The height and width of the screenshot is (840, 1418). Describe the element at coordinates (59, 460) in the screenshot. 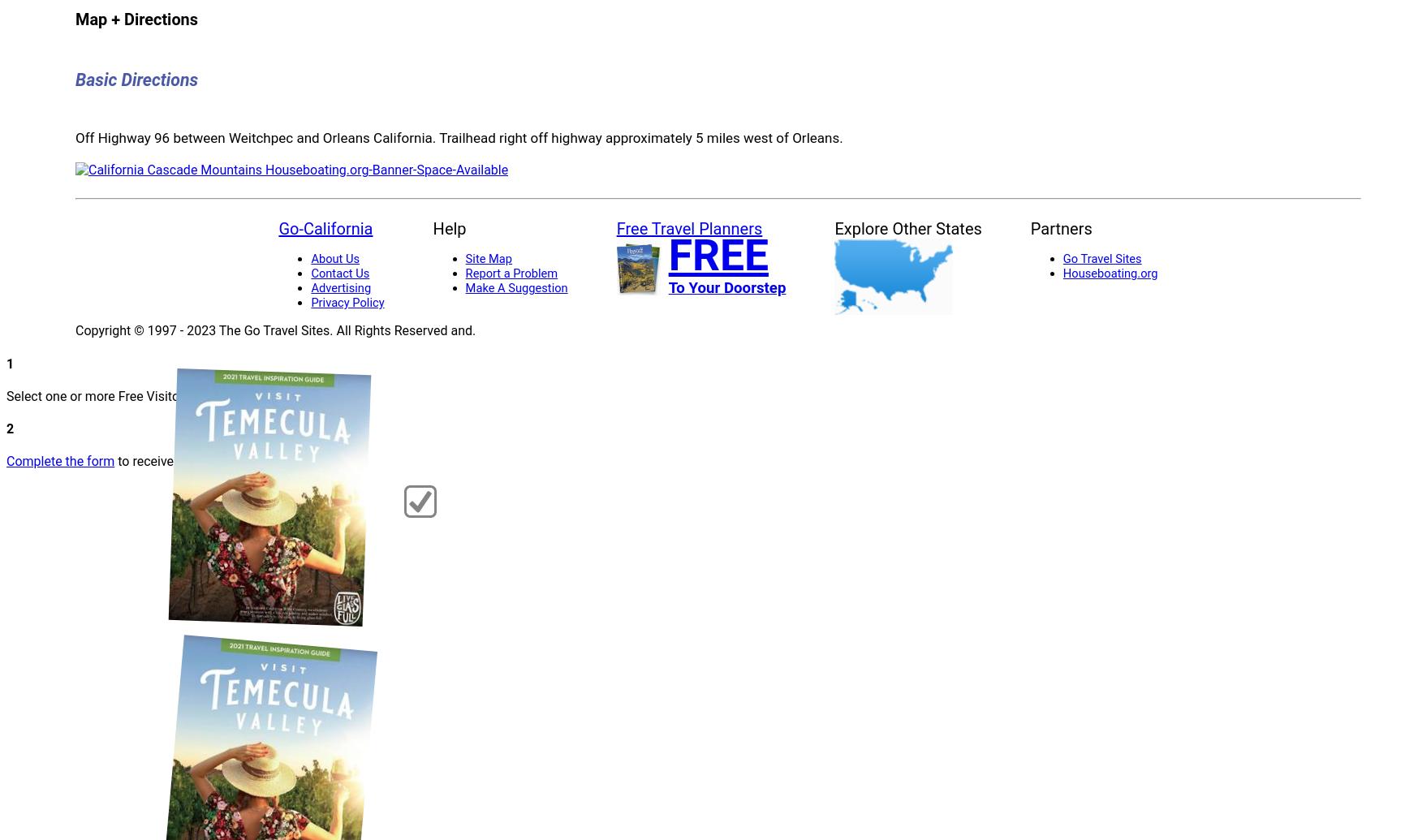

I see `'Complete the form'` at that location.